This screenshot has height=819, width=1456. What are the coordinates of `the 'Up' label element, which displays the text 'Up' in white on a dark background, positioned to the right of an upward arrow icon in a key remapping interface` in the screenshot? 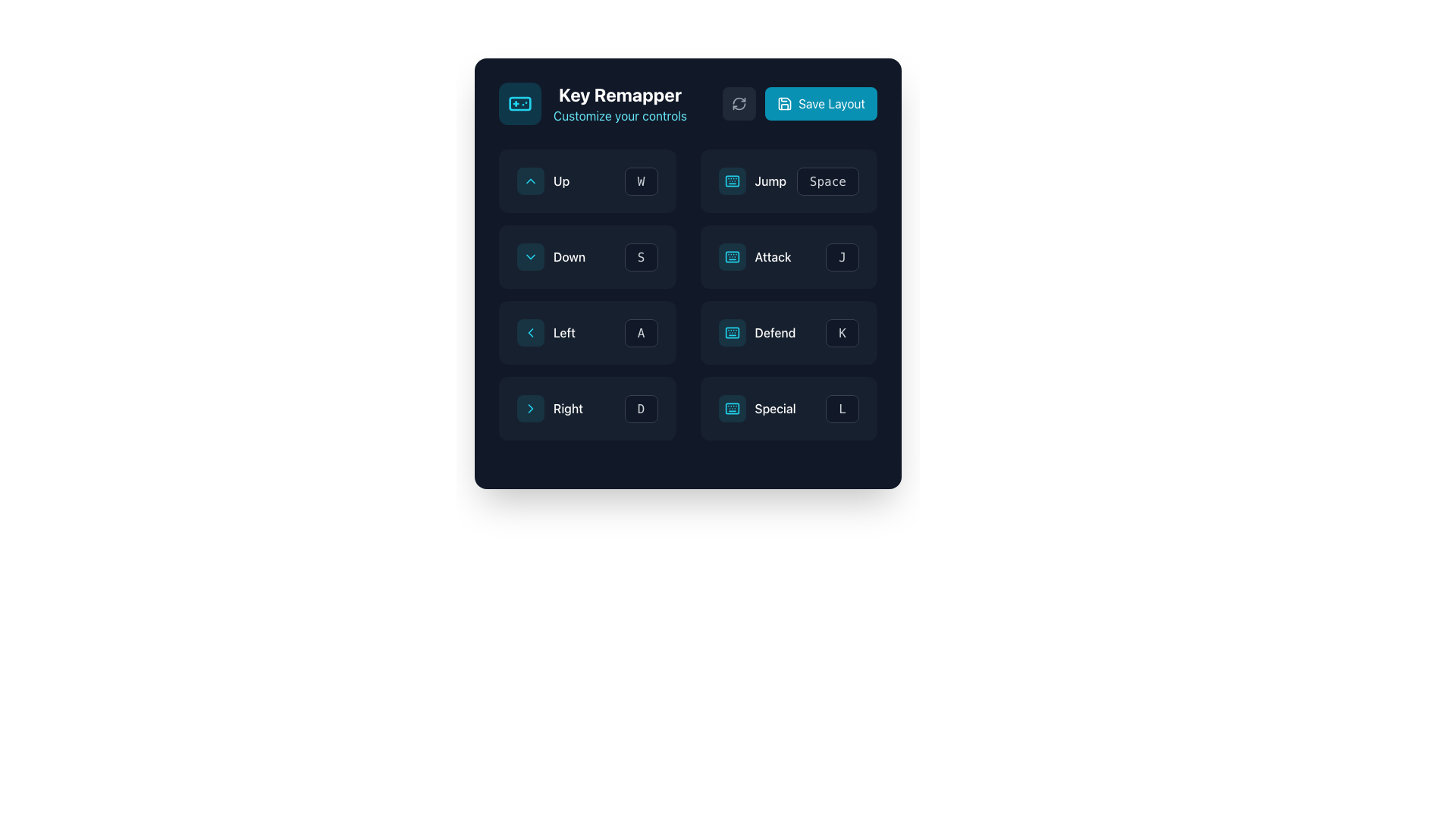 It's located at (560, 180).